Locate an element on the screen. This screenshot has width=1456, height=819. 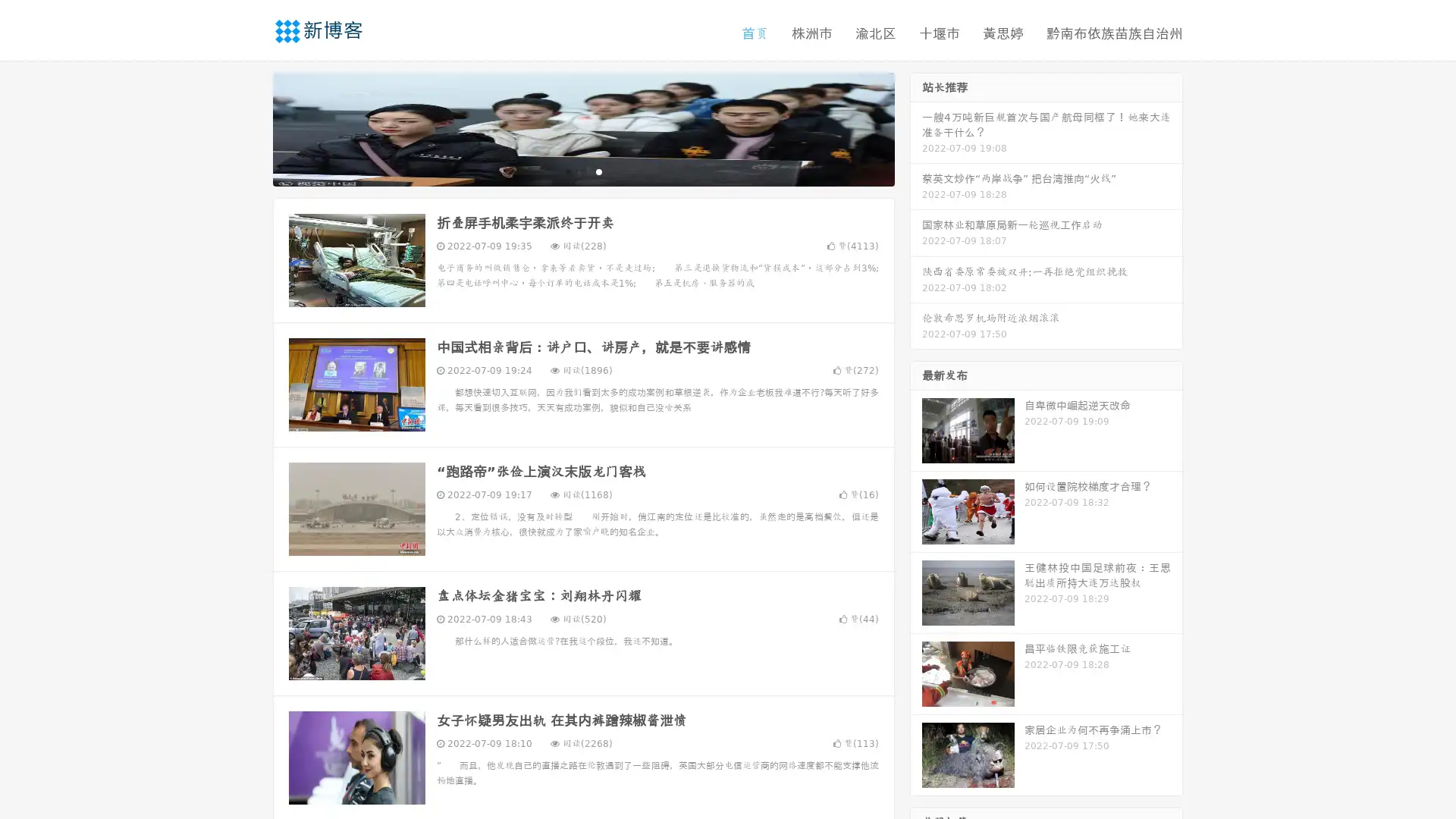
Go to slide 3 is located at coordinates (598, 171).